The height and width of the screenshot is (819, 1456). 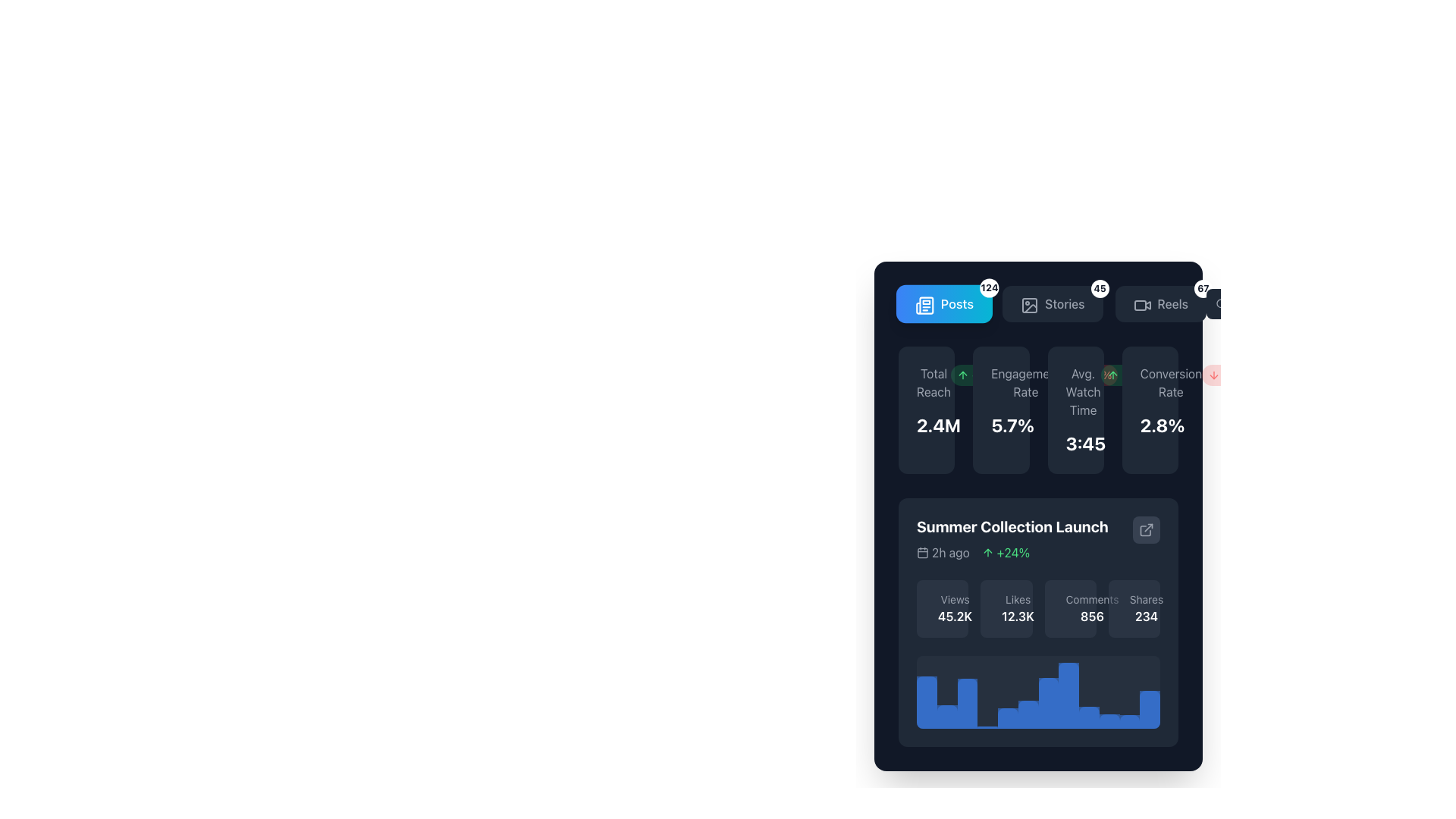 What do you see at coordinates (1047, 703) in the screenshot?
I see `the seventh vertical bar in the histogram section of the 'Summer Collection Launch' widget to interact with it and possibly view more details` at bounding box center [1047, 703].